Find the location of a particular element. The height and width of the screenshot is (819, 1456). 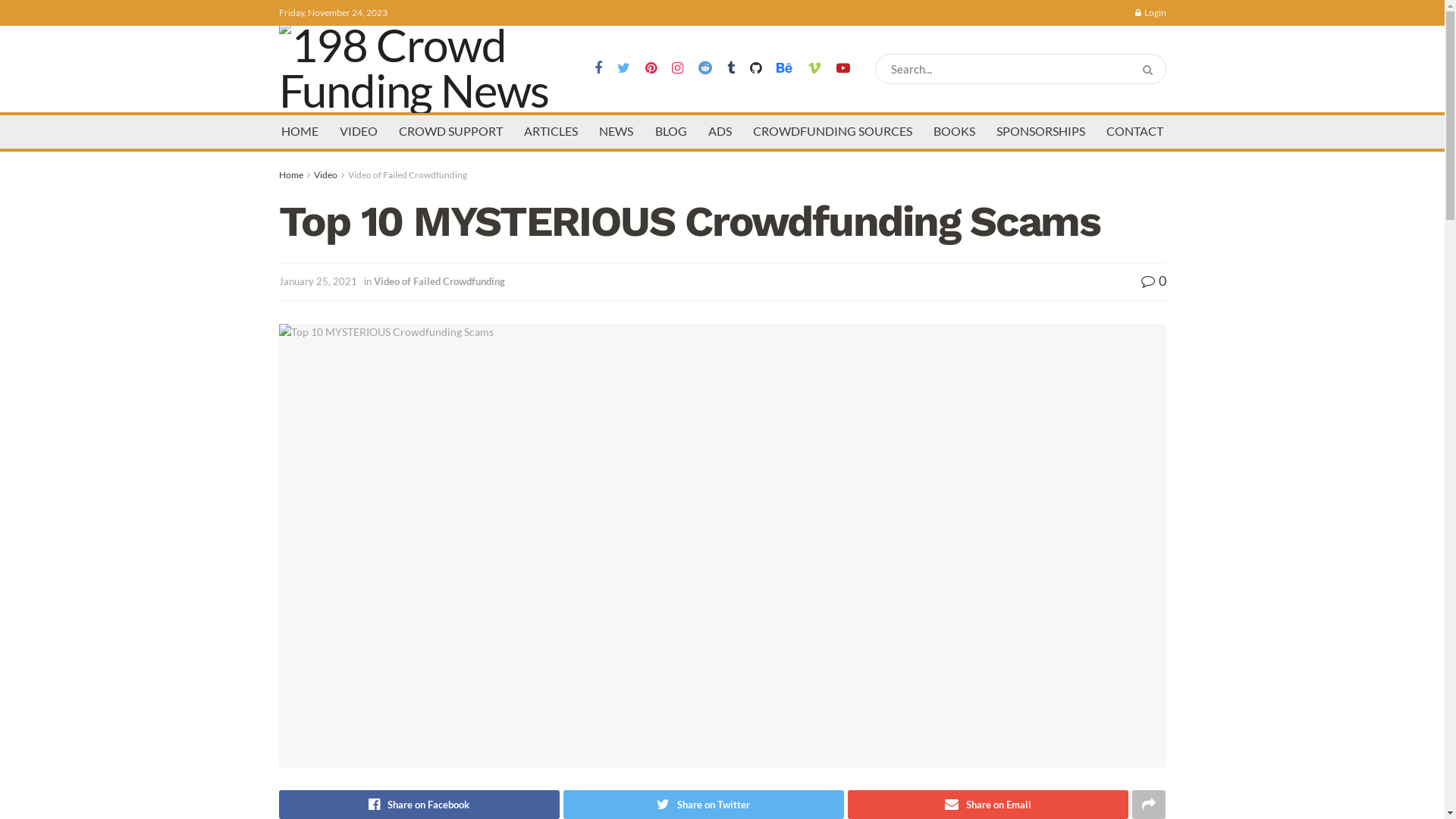

'BOOKS' is located at coordinates (953, 130).